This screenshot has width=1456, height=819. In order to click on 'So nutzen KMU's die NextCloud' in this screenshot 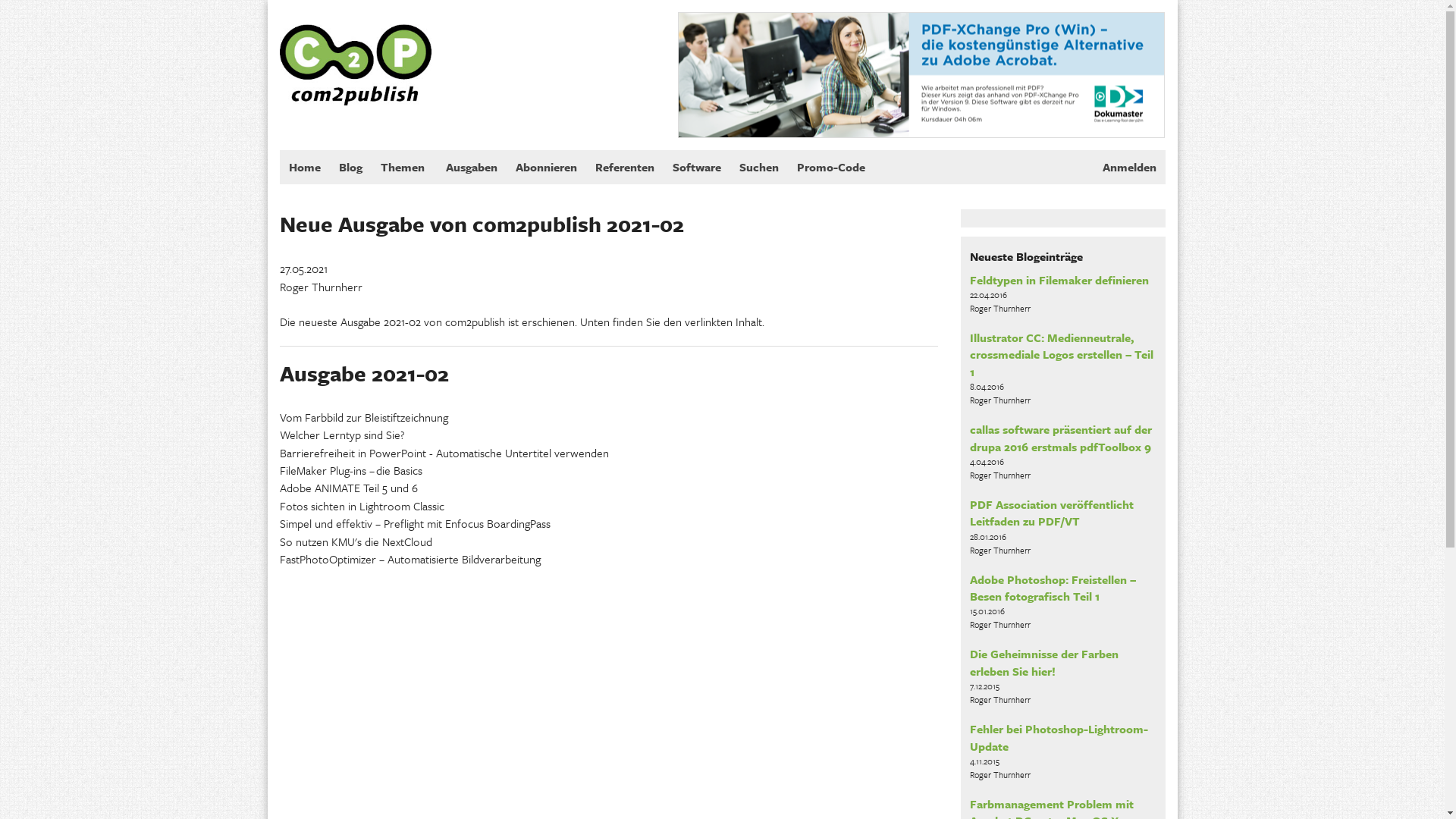, I will do `click(354, 540)`.